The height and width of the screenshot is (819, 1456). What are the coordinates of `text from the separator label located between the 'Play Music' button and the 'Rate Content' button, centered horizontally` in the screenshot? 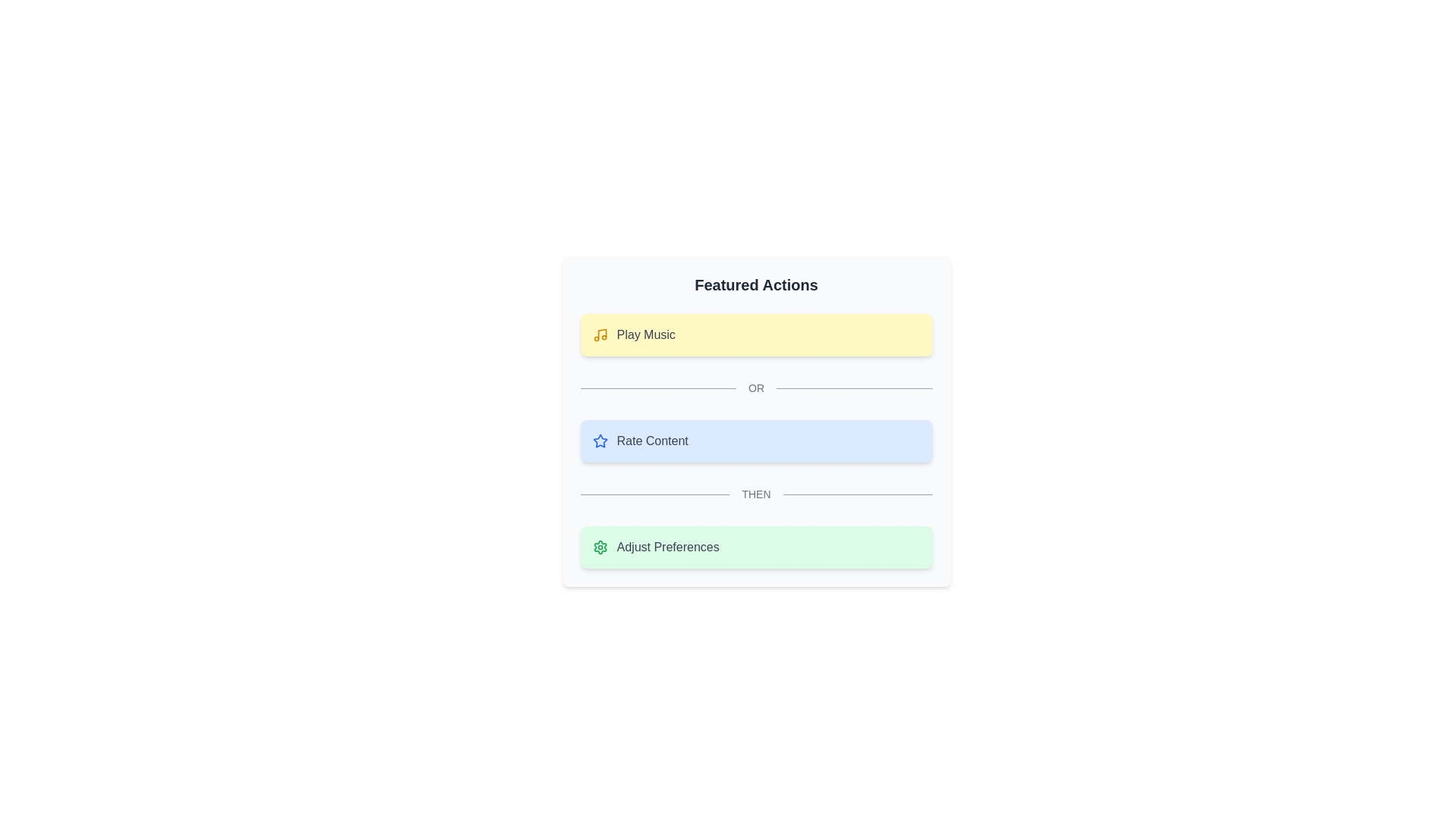 It's located at (756, 388).